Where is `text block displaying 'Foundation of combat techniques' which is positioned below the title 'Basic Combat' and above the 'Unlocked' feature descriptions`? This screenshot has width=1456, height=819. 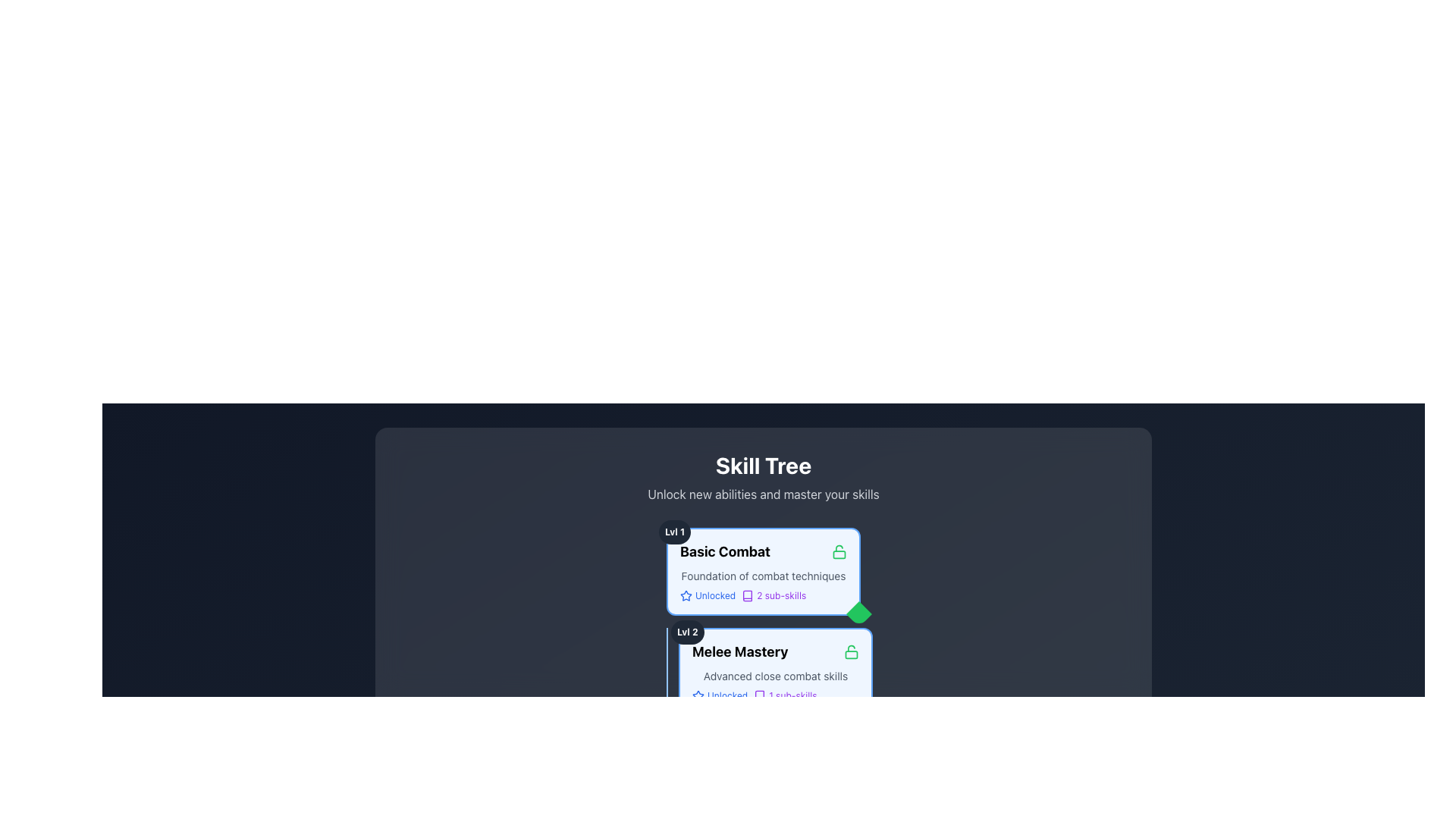
text block displaying 'Foundation of combat techniques' which is positioned below the title 'Basic Combat' and above the 'Unlocked' feature descriptions is located at coordinates (764, 576).